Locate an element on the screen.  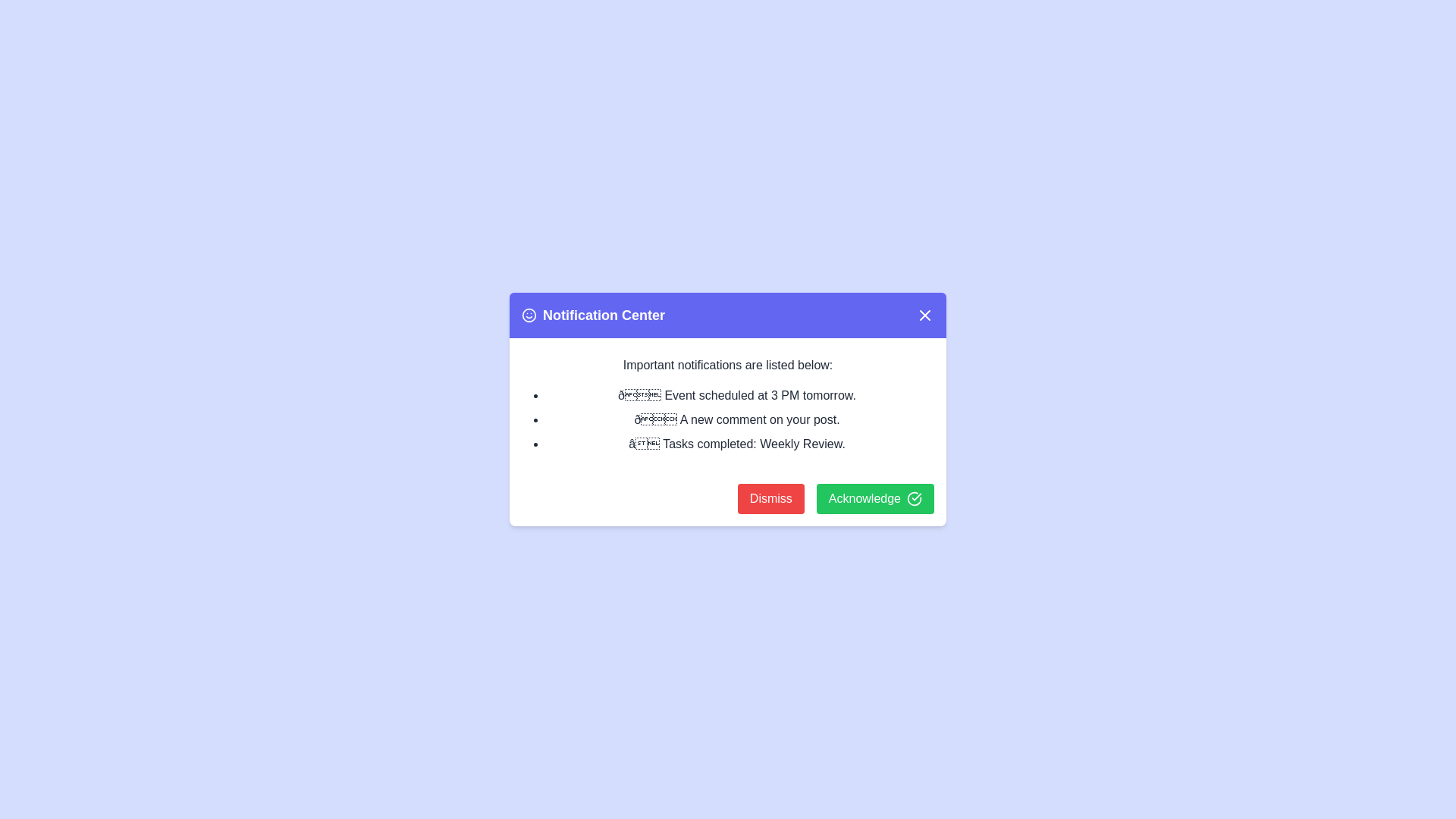
the 'X' button to close the dialog is located at coordinates (924, 315).